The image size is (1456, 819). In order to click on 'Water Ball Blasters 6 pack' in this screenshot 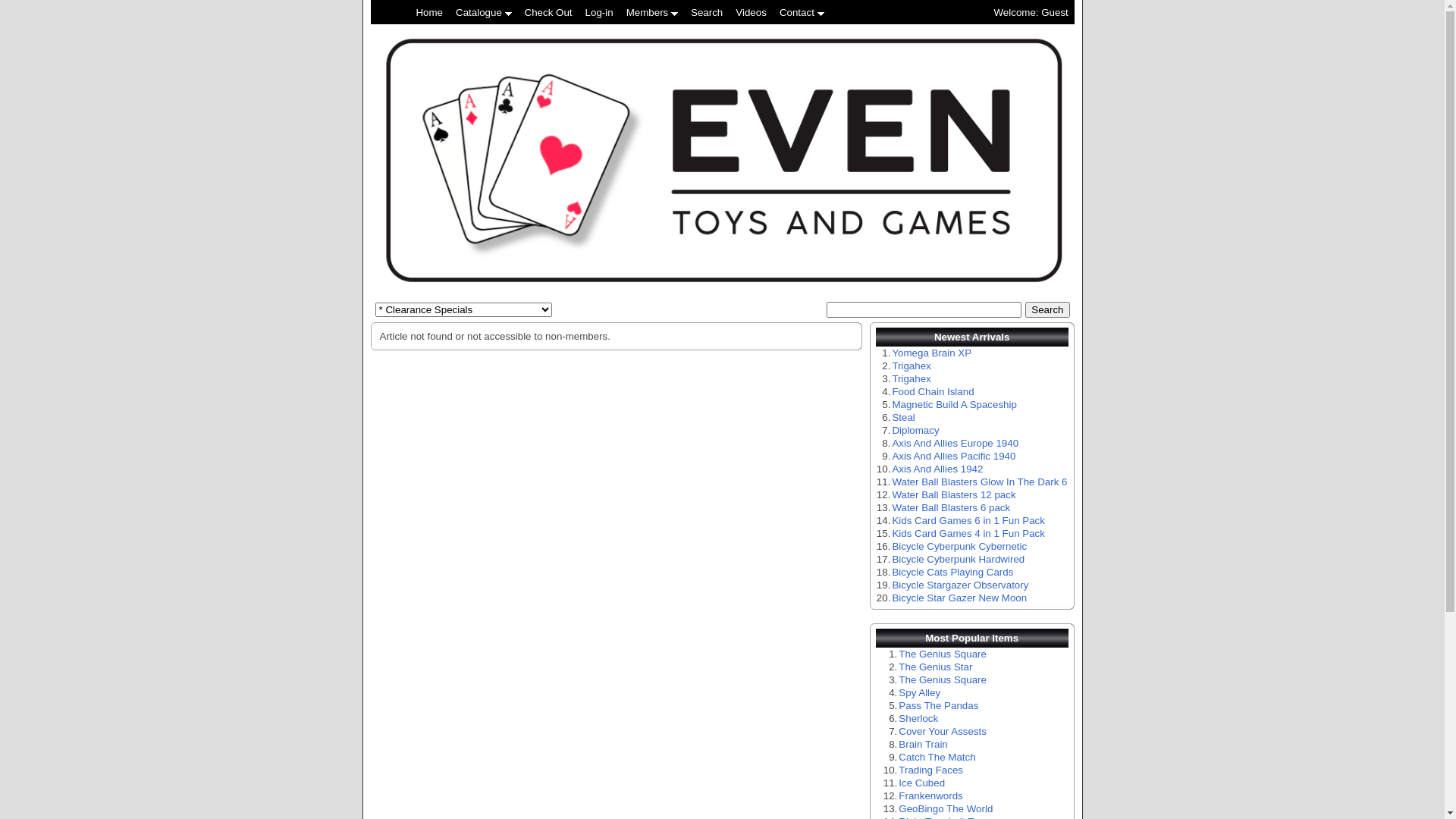, I will do `click(892, 507)`.